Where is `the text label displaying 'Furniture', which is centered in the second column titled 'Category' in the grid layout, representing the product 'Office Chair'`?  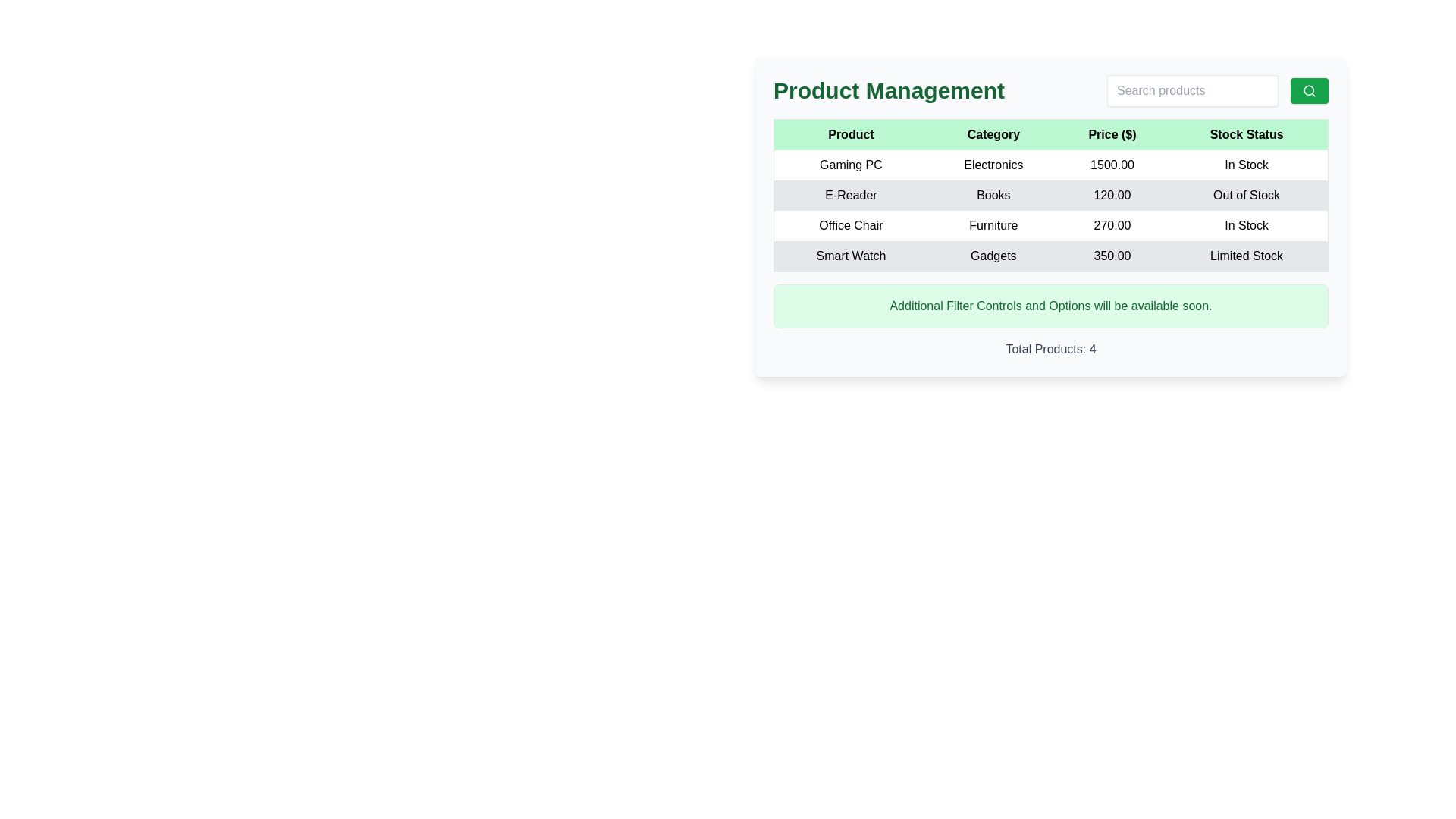
the text label displaying 'Furniture', which is centered in the second column titled 'Category' in the grid layout, representing the product 'Office Chair' is located at coordinates (993, 225).